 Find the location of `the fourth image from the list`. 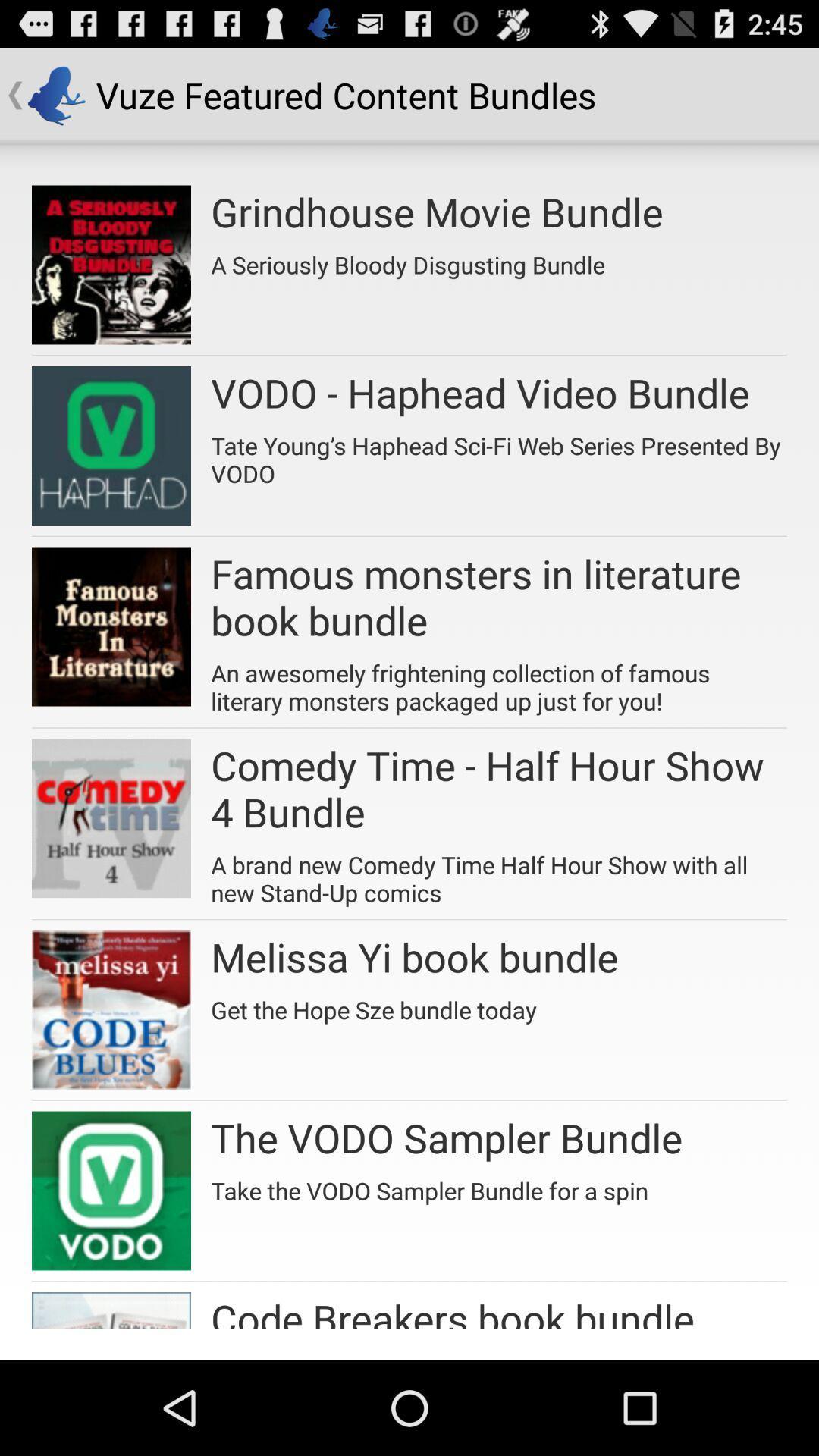

the fourth image from the list is located at coordinates (110, 817).